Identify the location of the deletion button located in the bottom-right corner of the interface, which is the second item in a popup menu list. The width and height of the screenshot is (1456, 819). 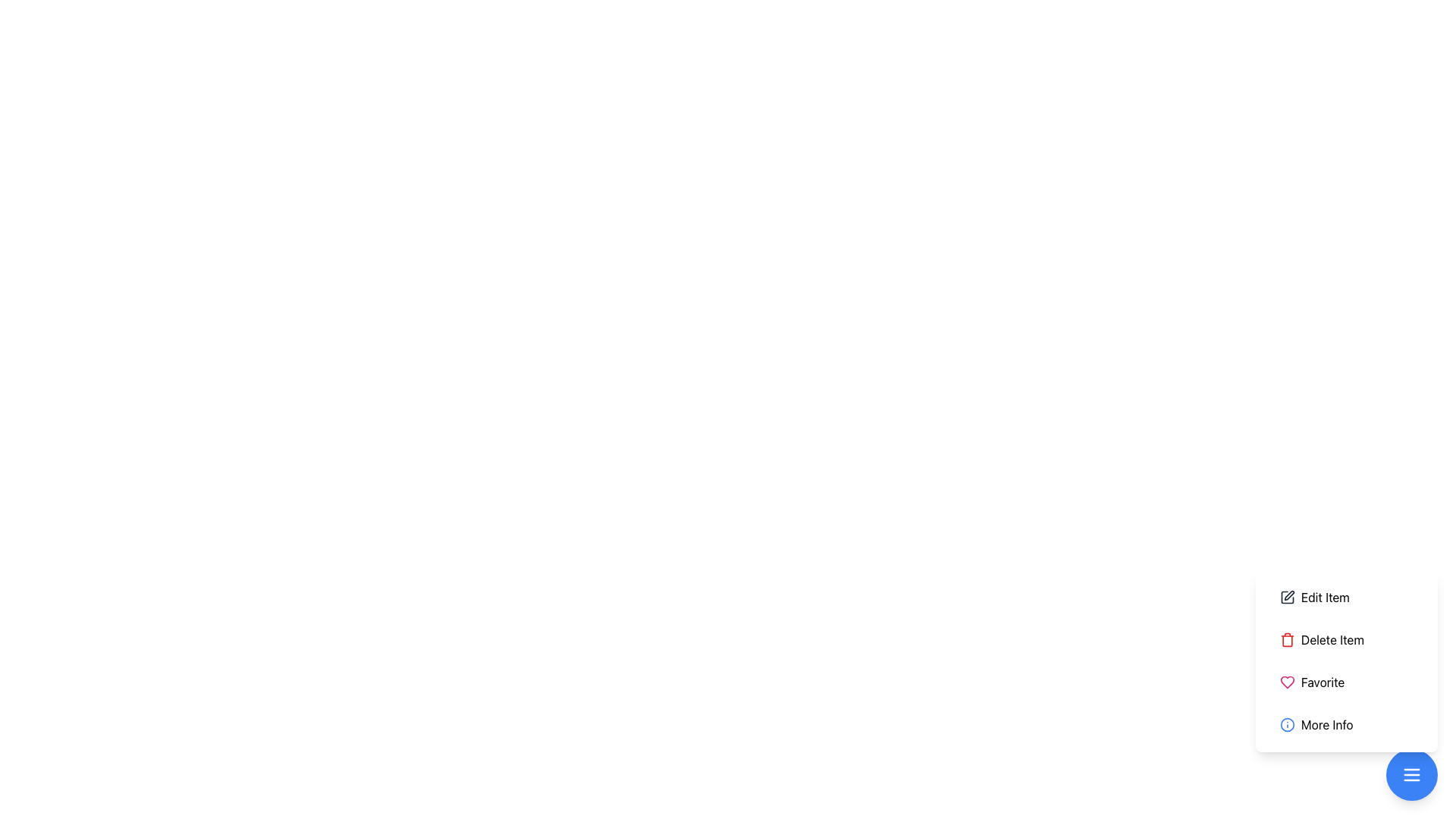
(1347, 640).